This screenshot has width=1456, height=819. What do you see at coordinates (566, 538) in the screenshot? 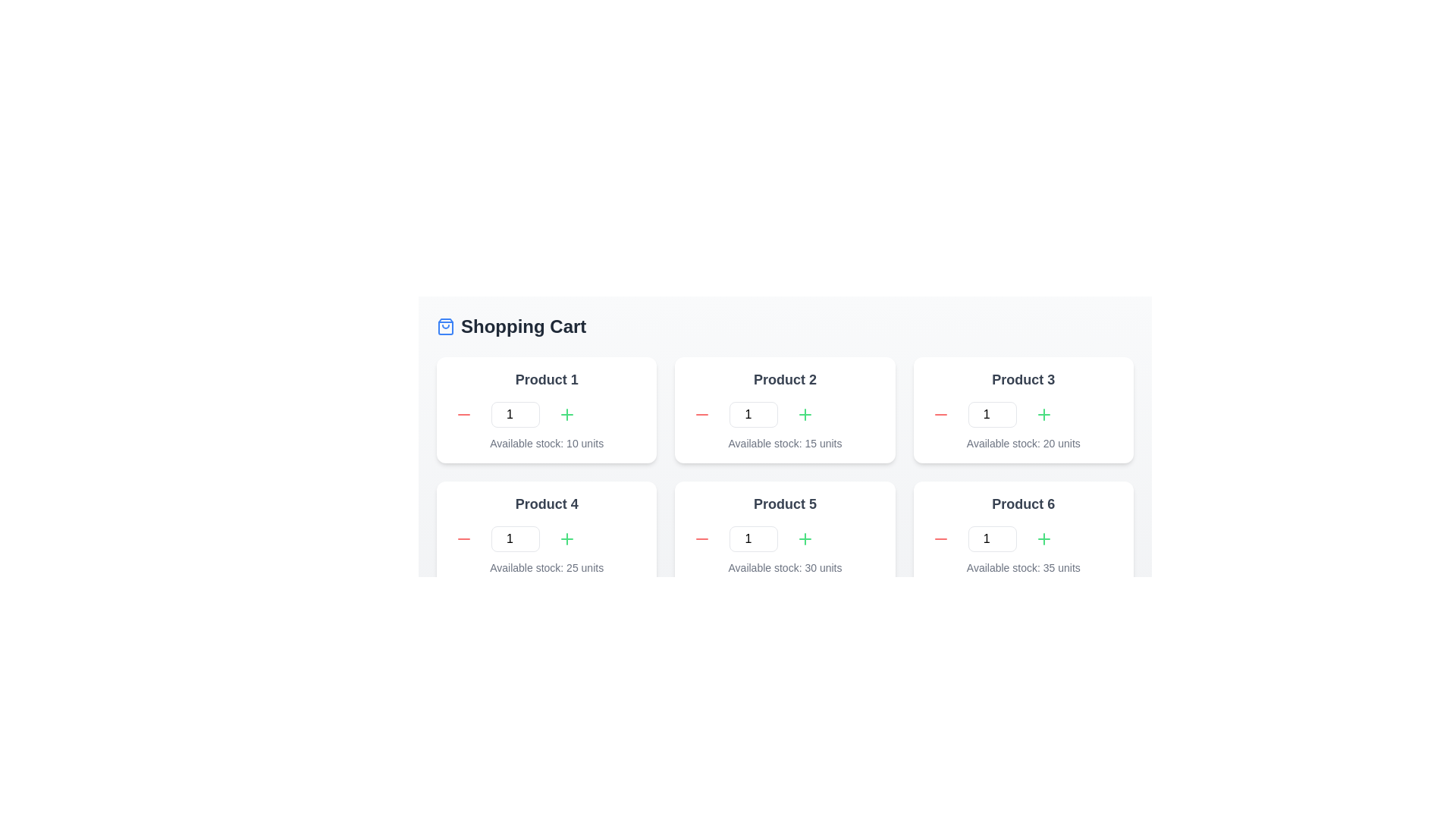
I see `the circular green plus icon button located in the fourth product card, positioned to the immediate right of the quantity input box and below the product title 'Product 4'` at bounding box center [566, 538].